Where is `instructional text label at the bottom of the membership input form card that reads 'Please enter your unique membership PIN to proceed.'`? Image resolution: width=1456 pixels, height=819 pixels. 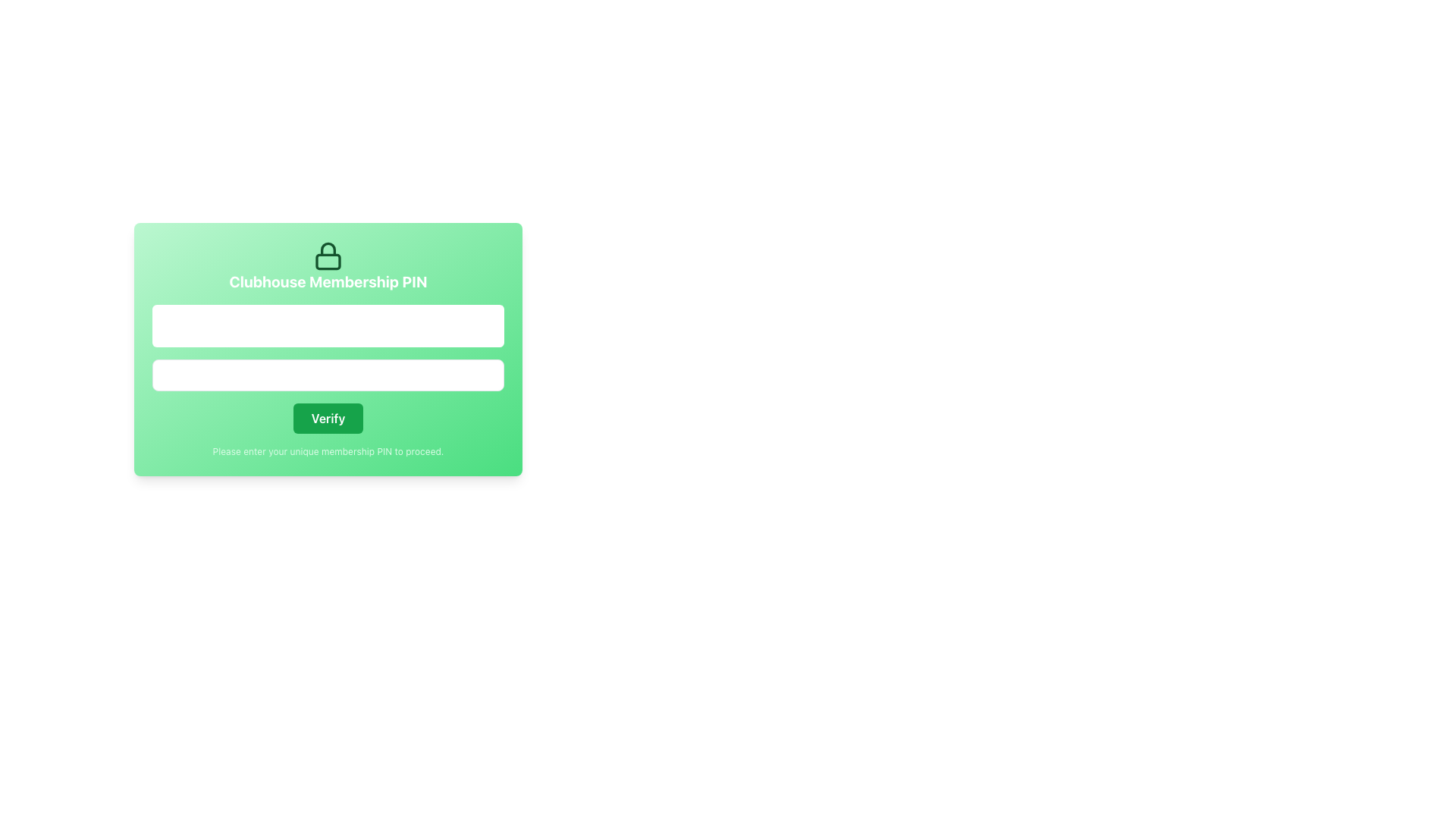
instructional text label at the bottom of the membership input form card that reads 'Please enter your unique membership PIN to proceed.' is located at coordinates (327, 451).